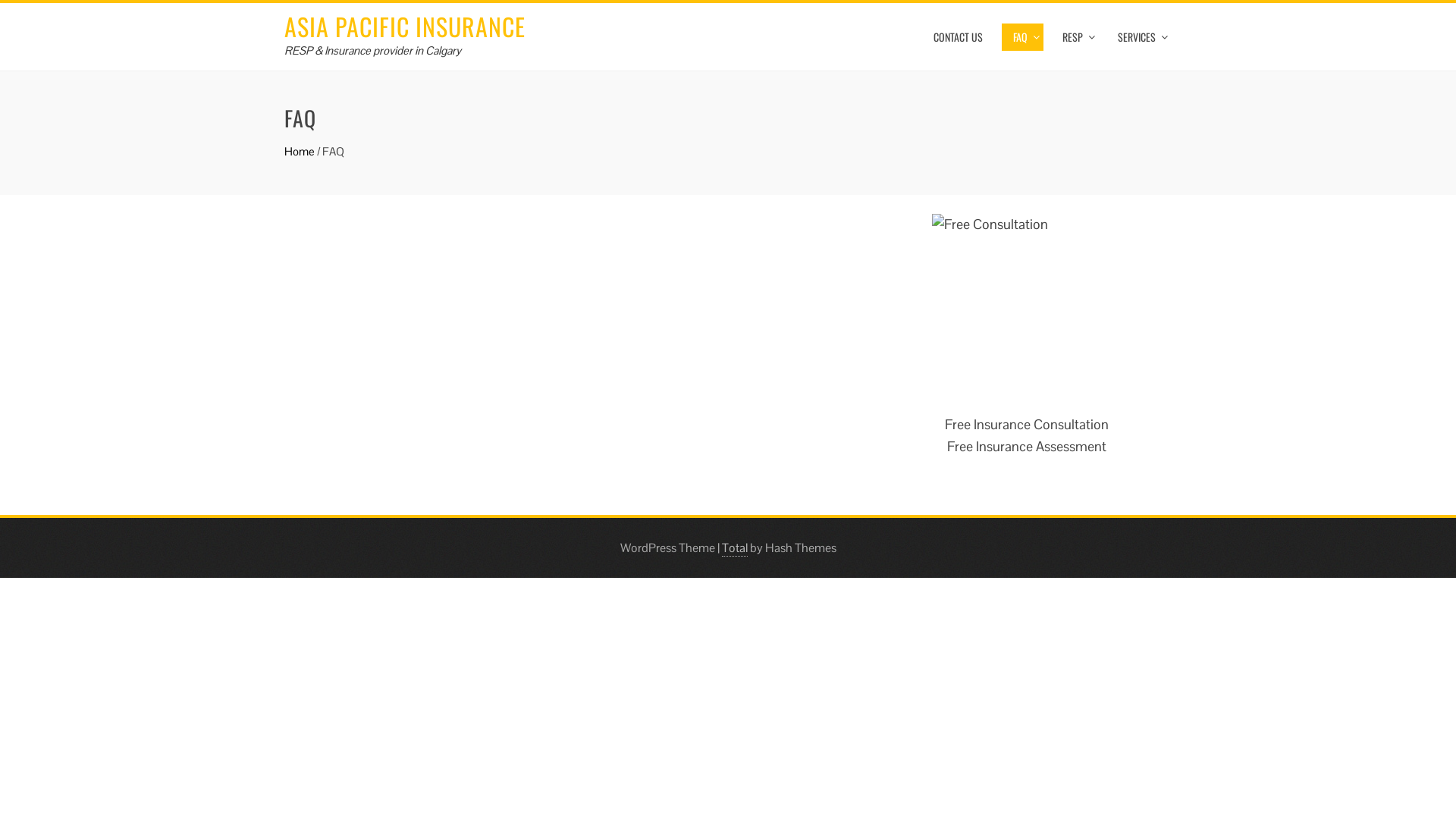  I want to click on 'RESP & Insurance provider in Calgary', so click(372, 49).